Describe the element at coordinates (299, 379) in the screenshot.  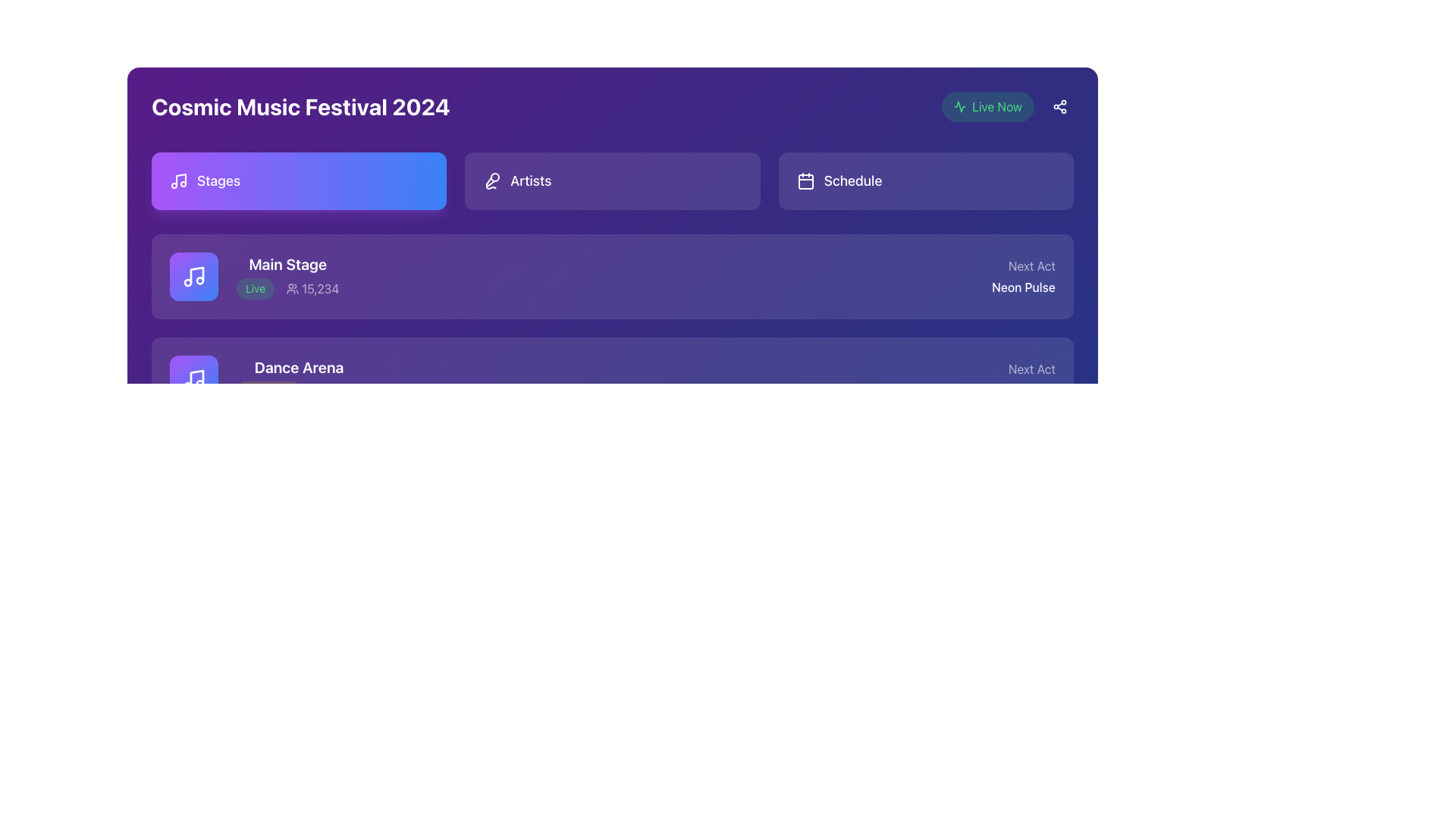
I see `the 'Dance Arena' text label, which is the second item in the 'Stages' section, styled with a large, bold white font on a purple background` at that location.